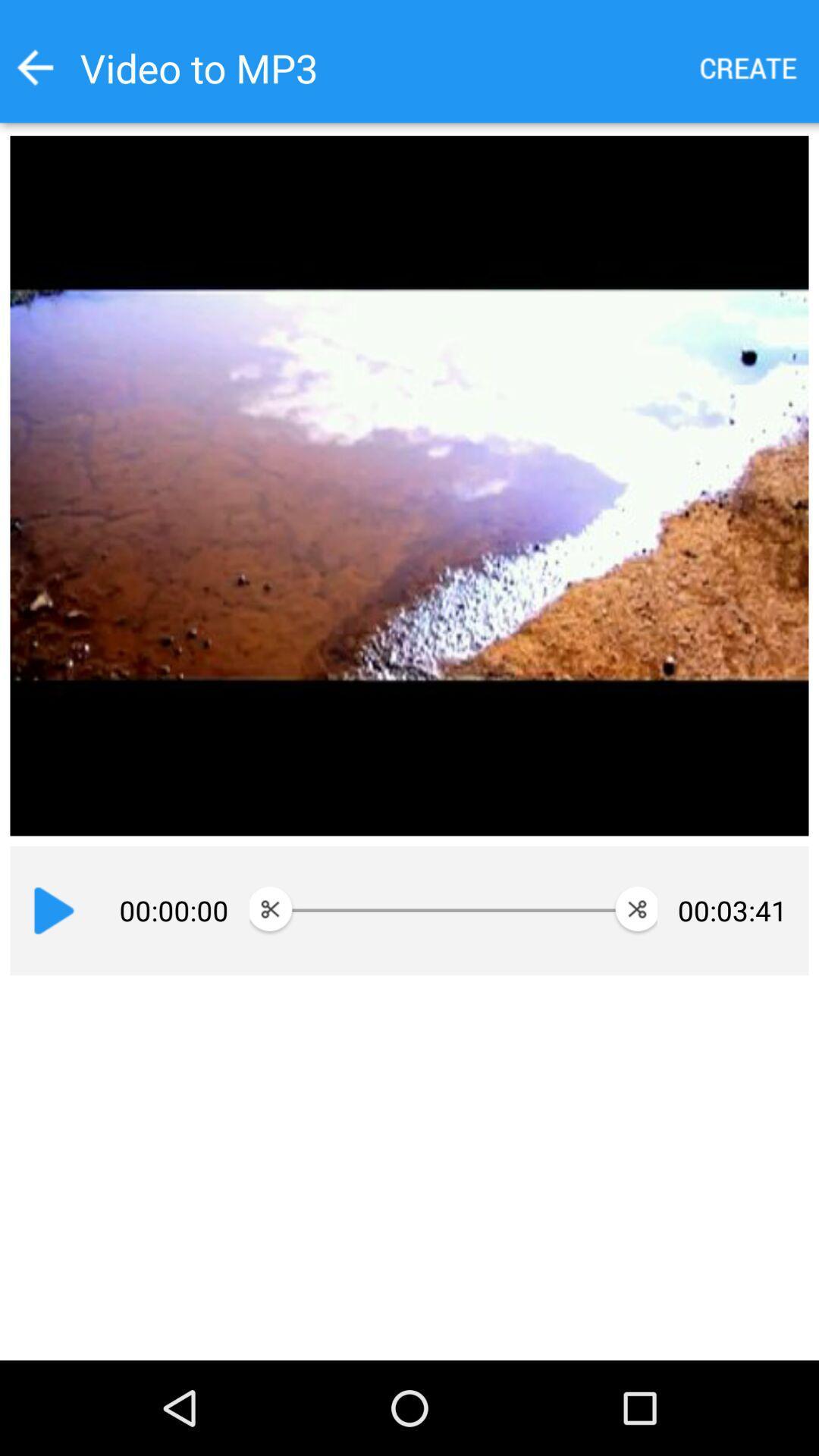 The height and width of the screenshot is (1456, 819). Describe the element at coordinates (53, 910) in the screenshot. I see `item to the left of 00:00:00 item` at that location.